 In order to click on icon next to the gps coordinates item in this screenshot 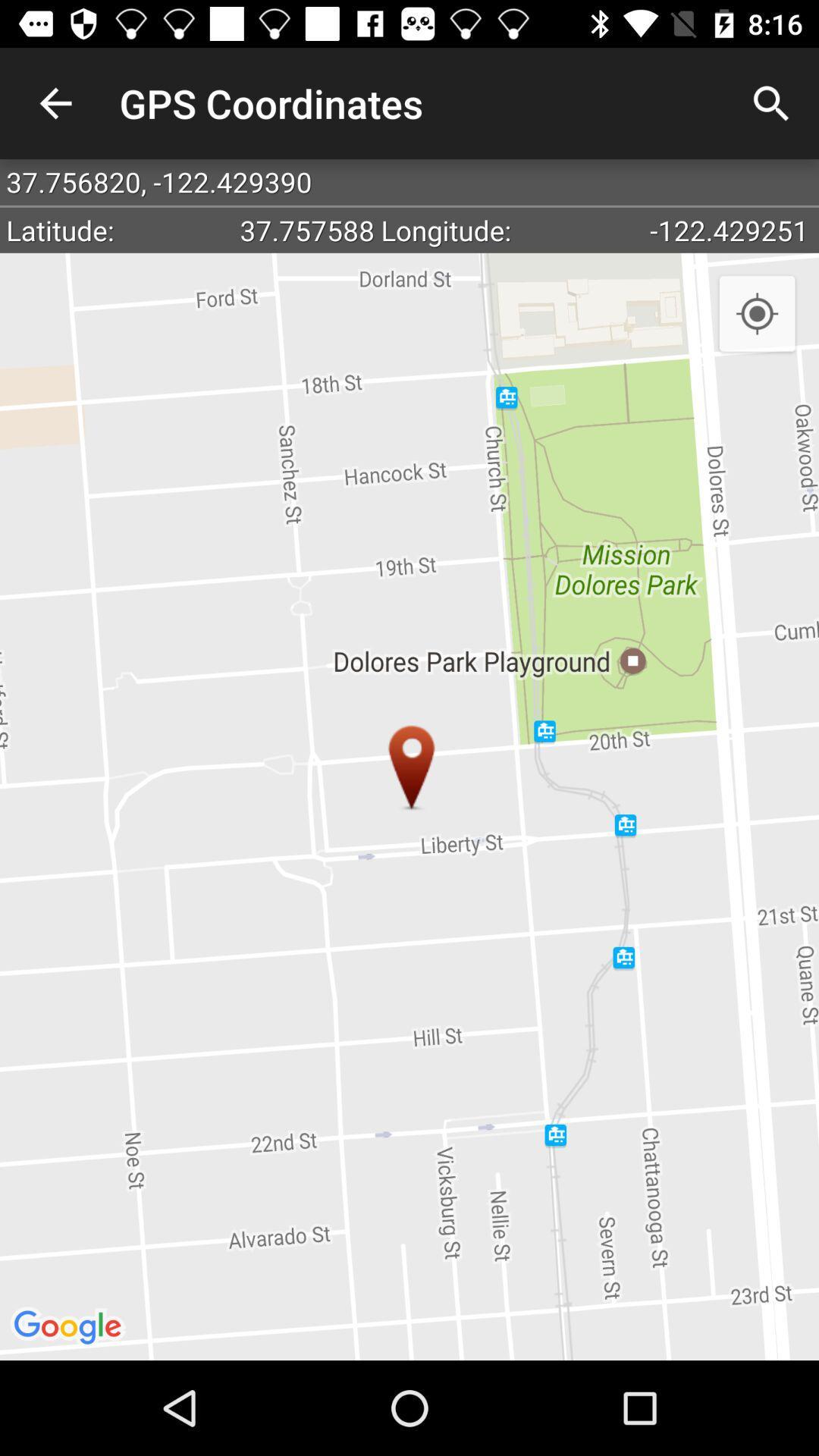, I will do `click(771, 102)`.